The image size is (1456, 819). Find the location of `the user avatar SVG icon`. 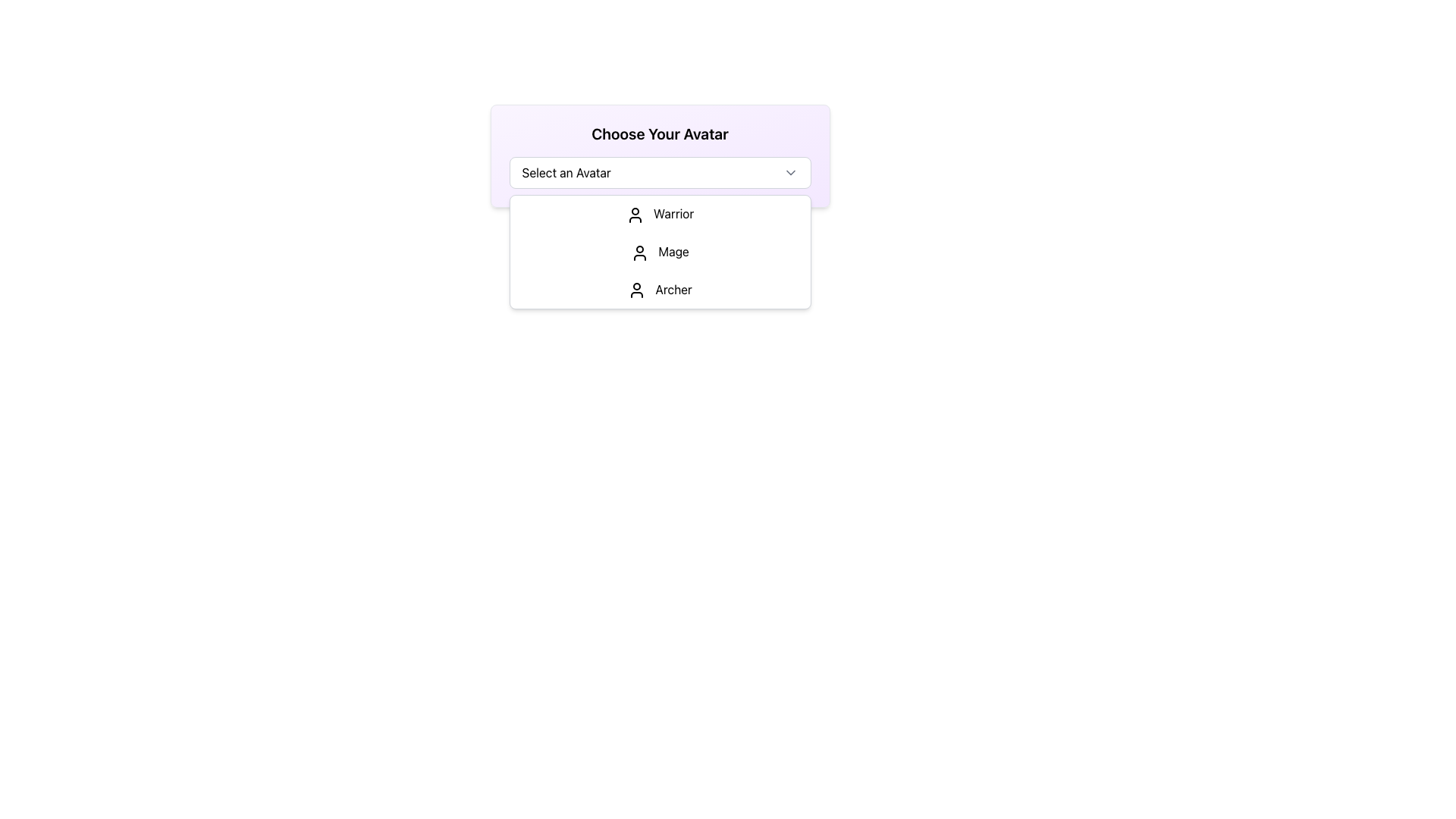

the user avatar SVG icon is located at coordinates (635, 215).